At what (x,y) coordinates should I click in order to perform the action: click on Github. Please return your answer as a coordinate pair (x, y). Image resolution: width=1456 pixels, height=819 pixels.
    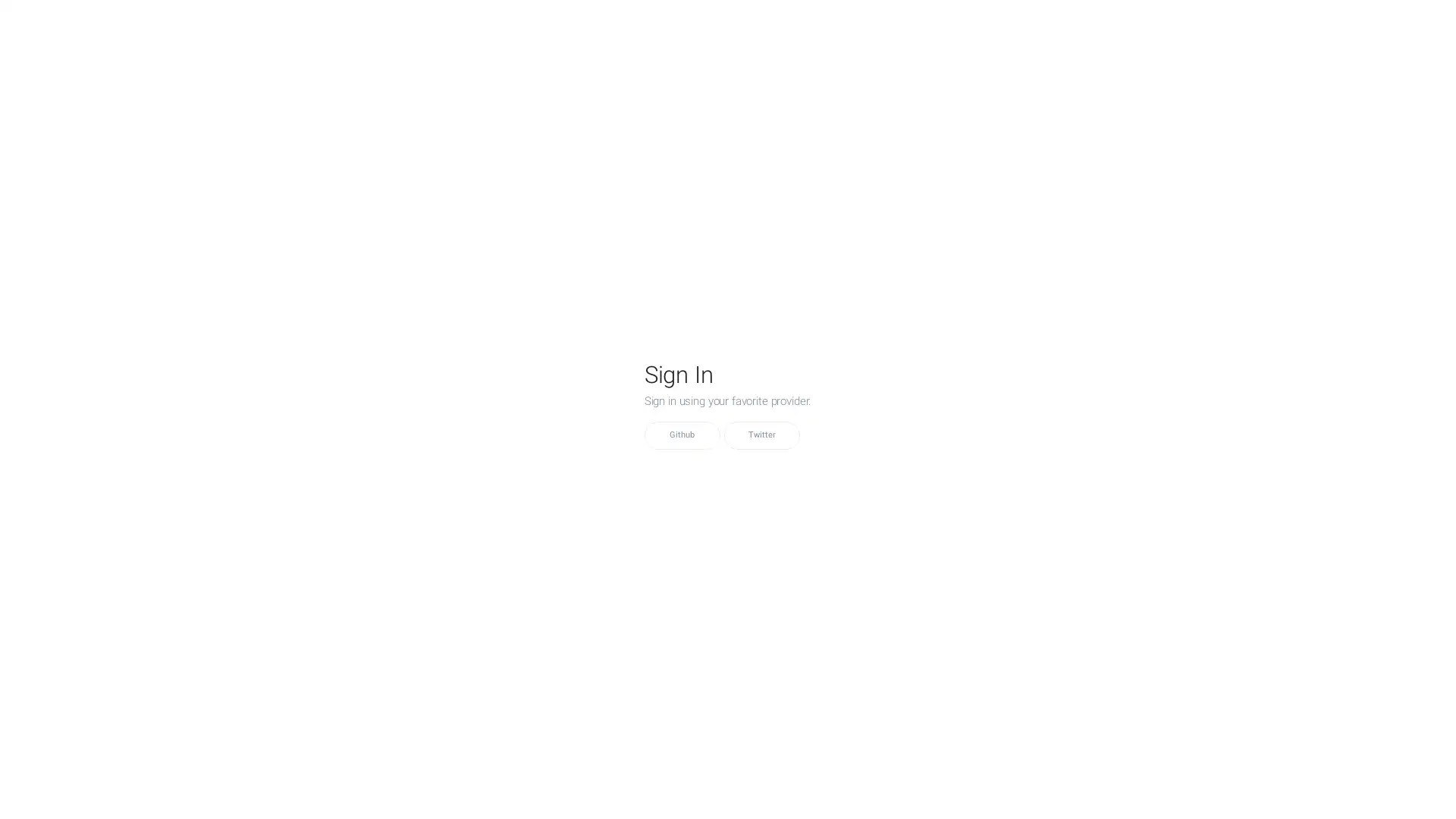
    Looking at the image, I should click on (680, 435).